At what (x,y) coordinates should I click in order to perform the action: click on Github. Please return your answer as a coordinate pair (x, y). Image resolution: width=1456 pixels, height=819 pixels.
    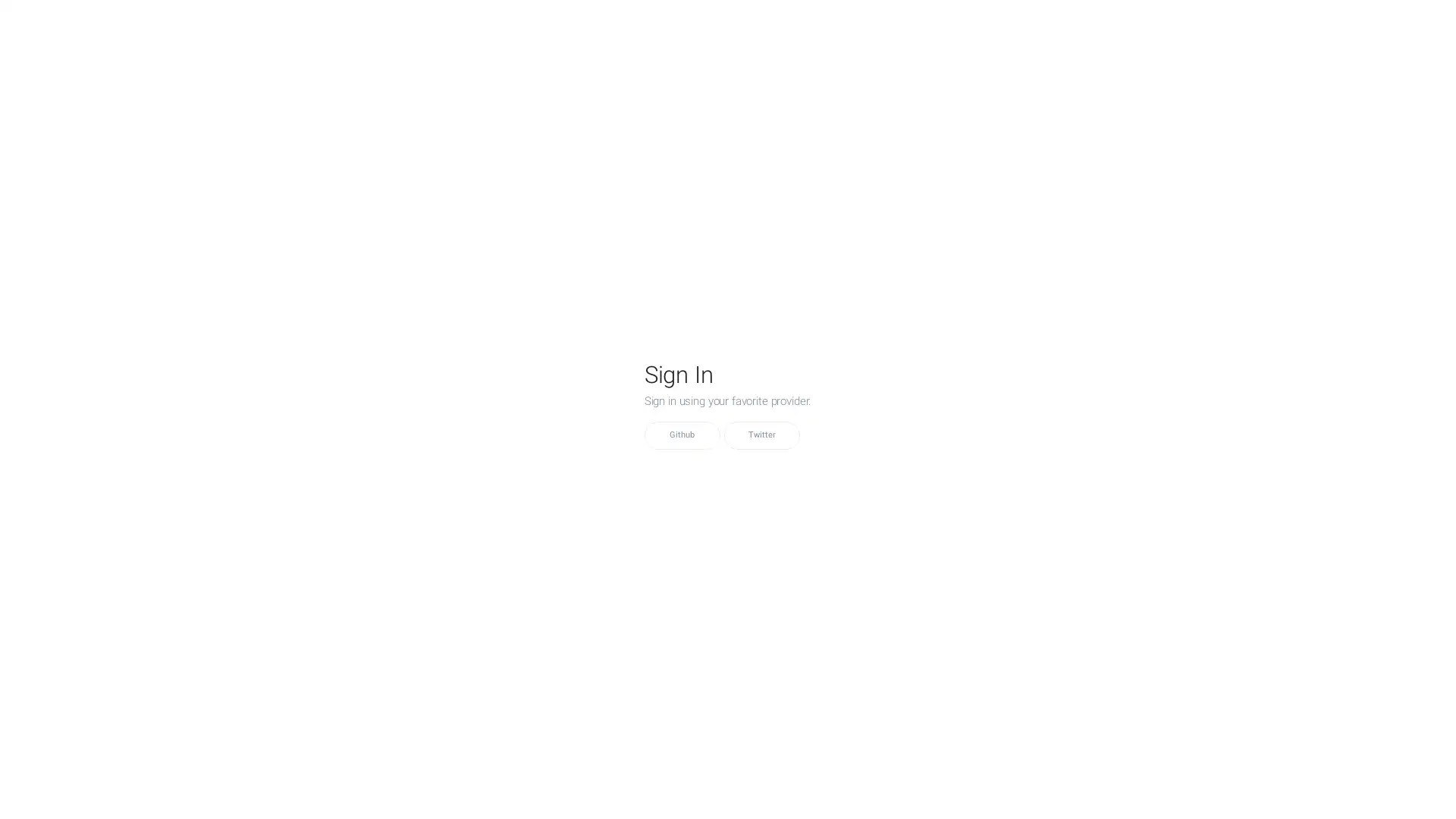
    Looking at the image, I should click on (680, 435).